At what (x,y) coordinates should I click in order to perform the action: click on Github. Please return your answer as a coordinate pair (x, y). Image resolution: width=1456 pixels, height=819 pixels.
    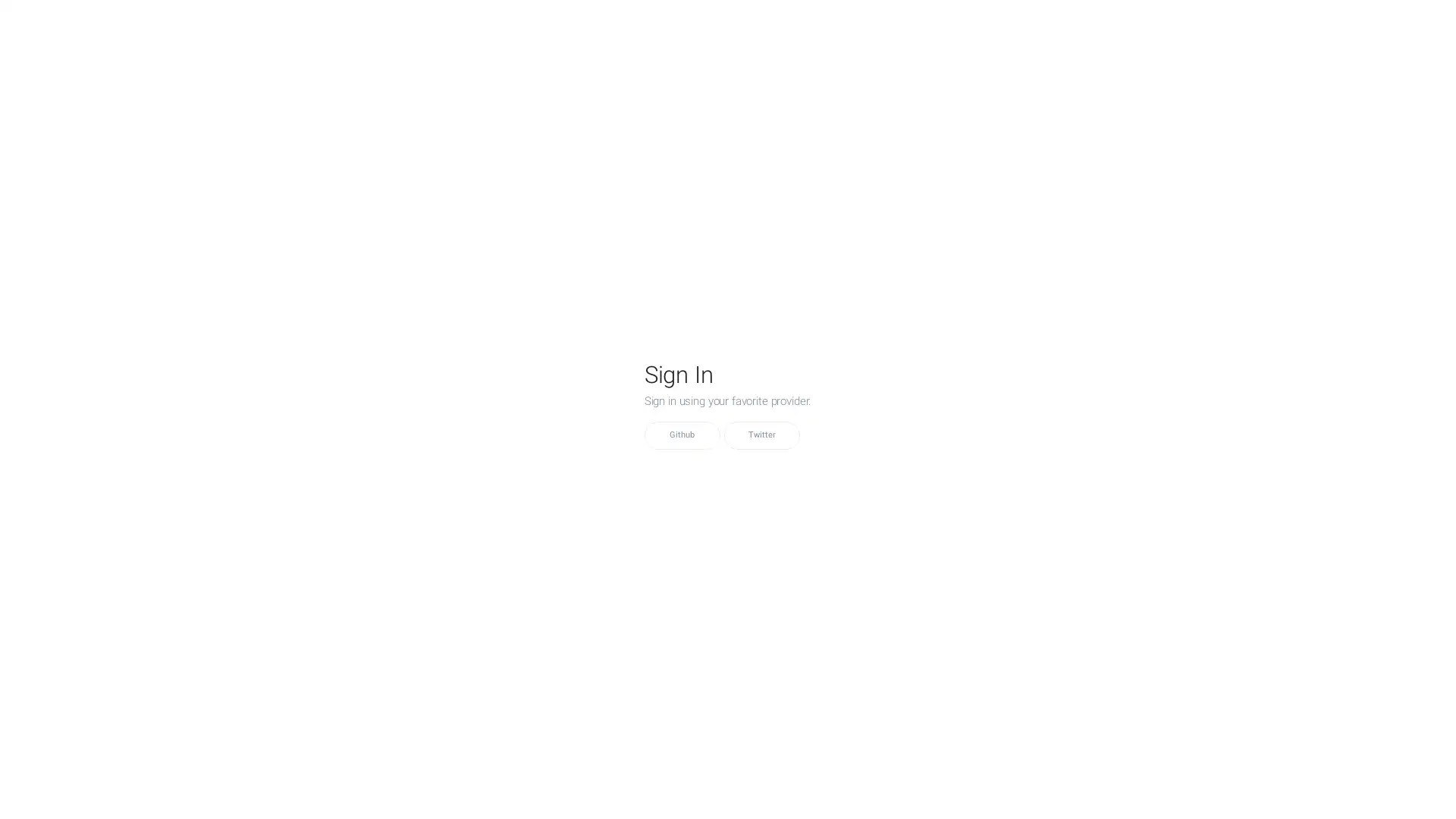
    Looking at the image, I should click on (680, 435).